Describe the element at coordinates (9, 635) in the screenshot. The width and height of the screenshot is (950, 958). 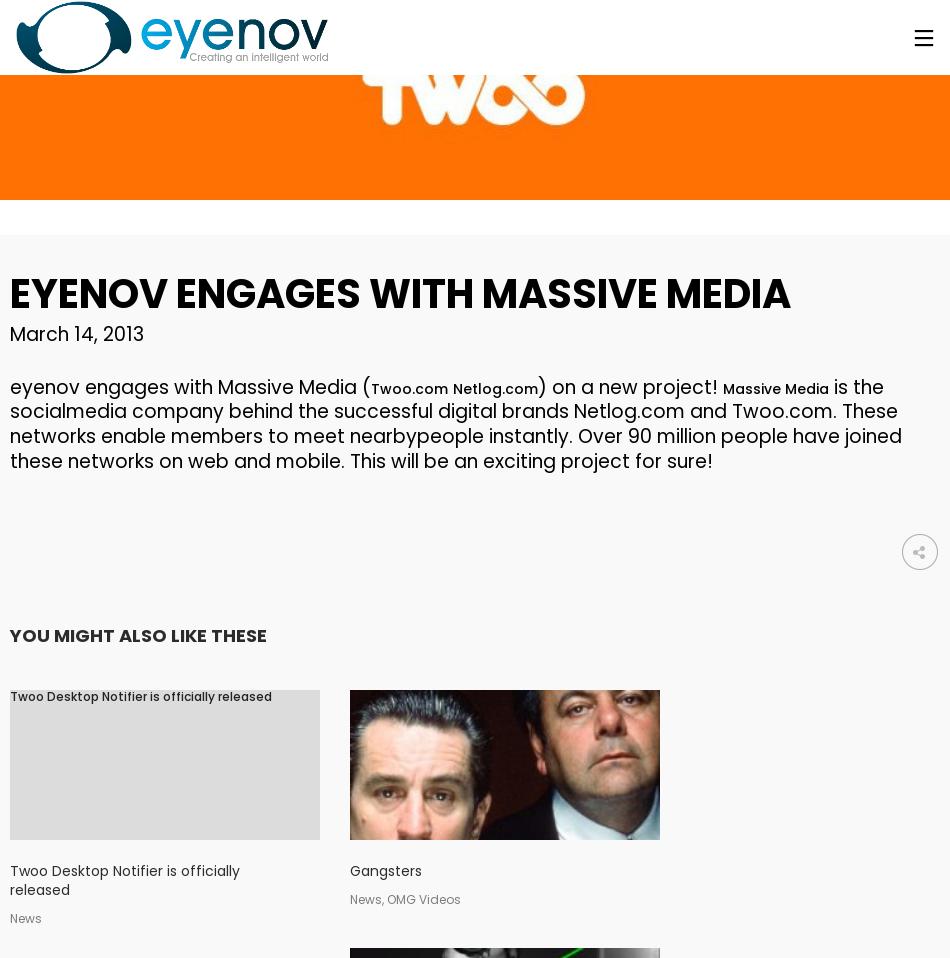
I see `'YOU MIGHT ALSO LIKE THESE'` at that location.